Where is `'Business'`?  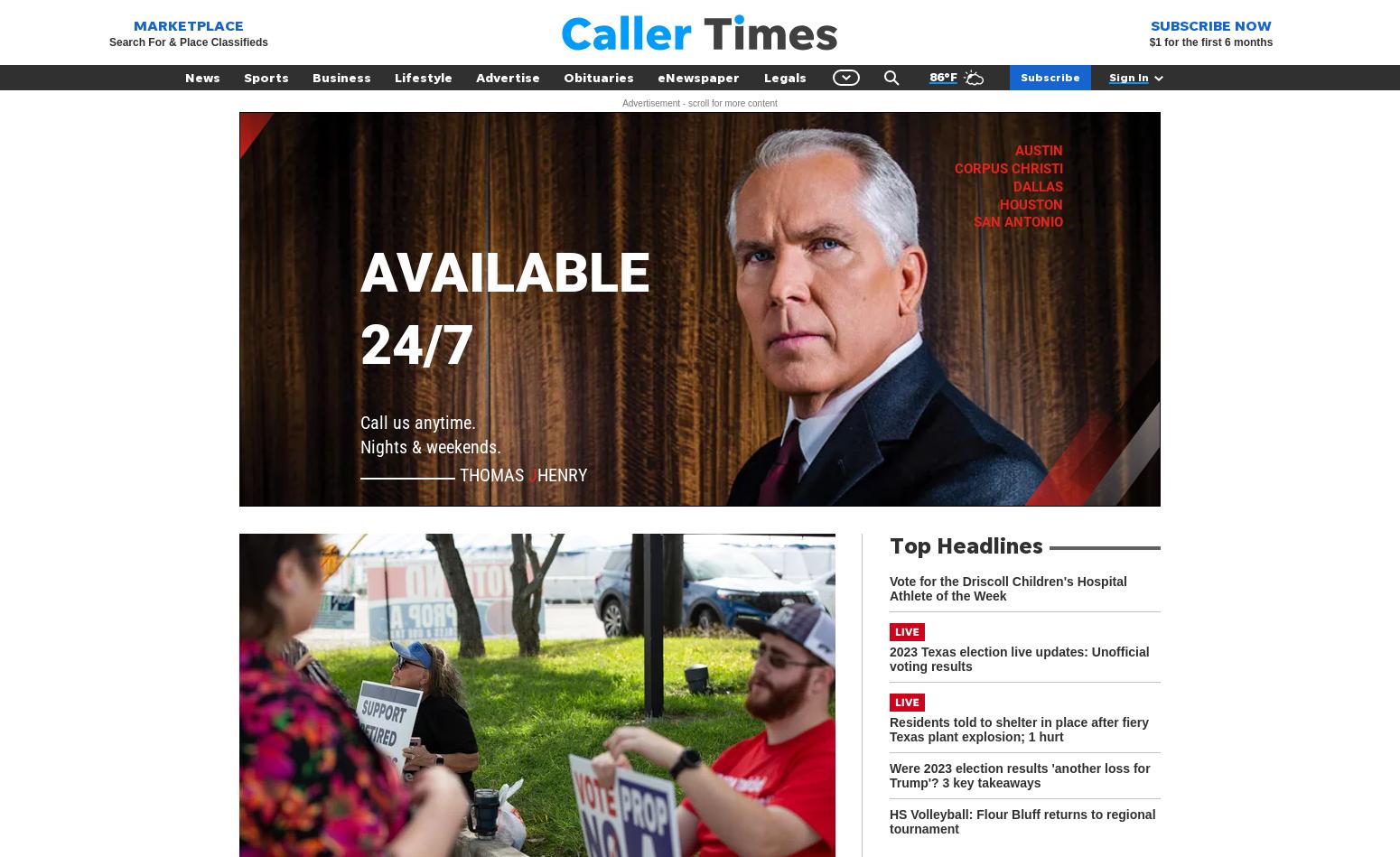 'Business' is located at coordinates (341, 77).